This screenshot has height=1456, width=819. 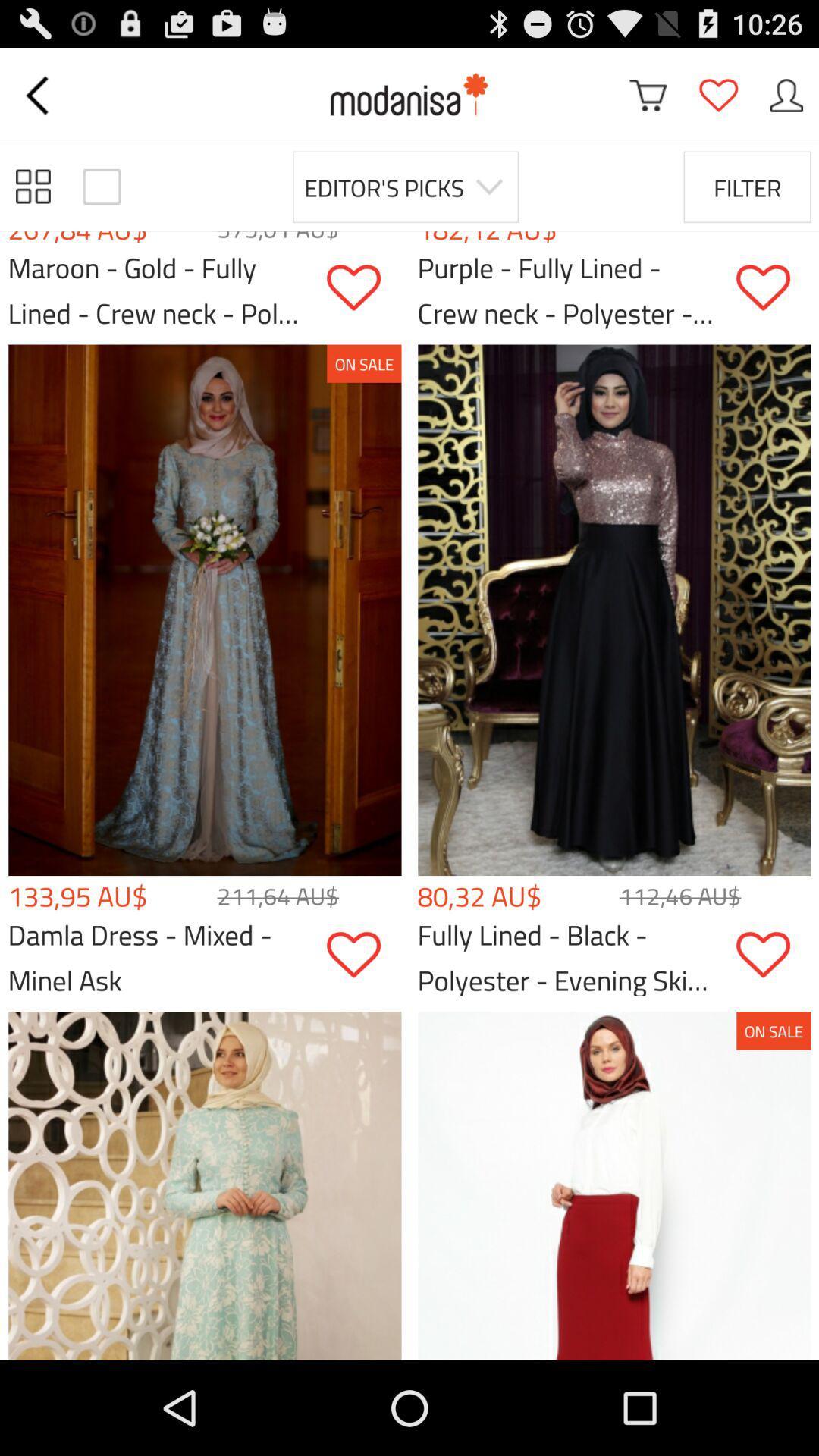 What do you see at coordinates (773, 954) in the screenshot?
I see `share the likes` at bounding box center [773, 954].